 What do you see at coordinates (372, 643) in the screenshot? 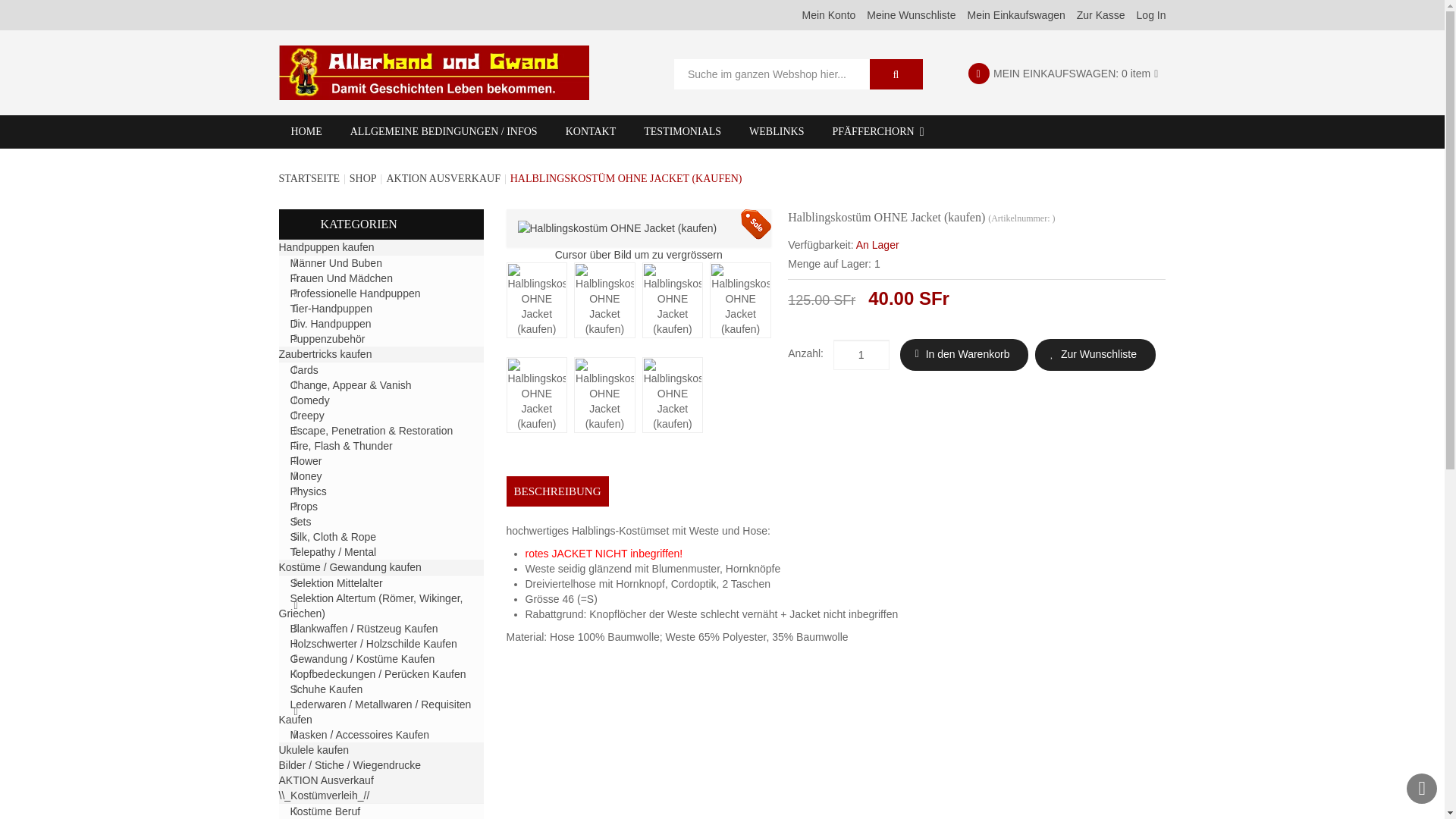
I see `'Holzschwerter / Holzschilde Kaufen'` at bounding box center [372, 643].